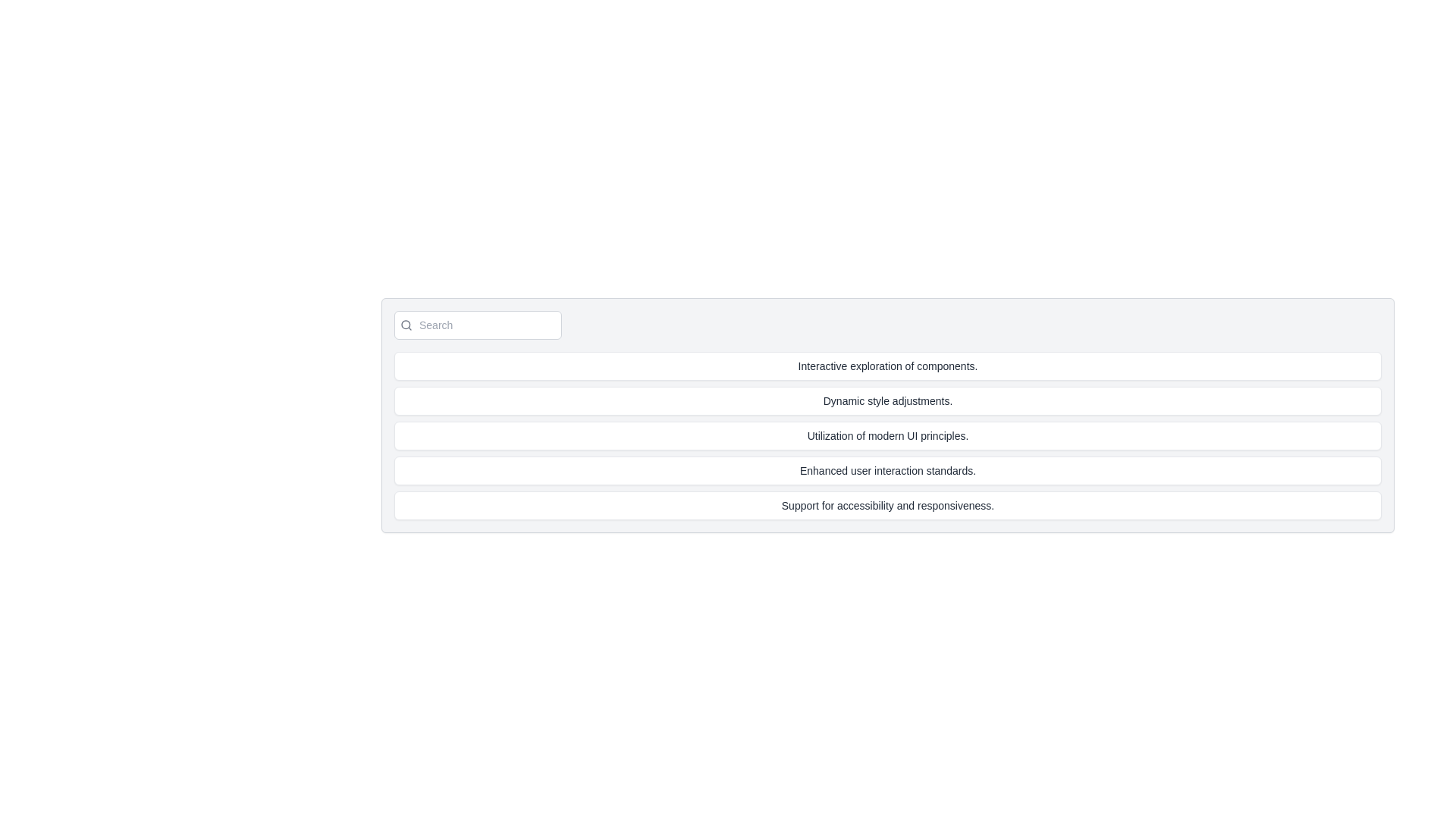 This screenshot has width=1456, height=819. I want to click on the static text character at the end of the word 'accessibility' in the text line 'Support for accessibility and responsiveness.', so click(875, 506).